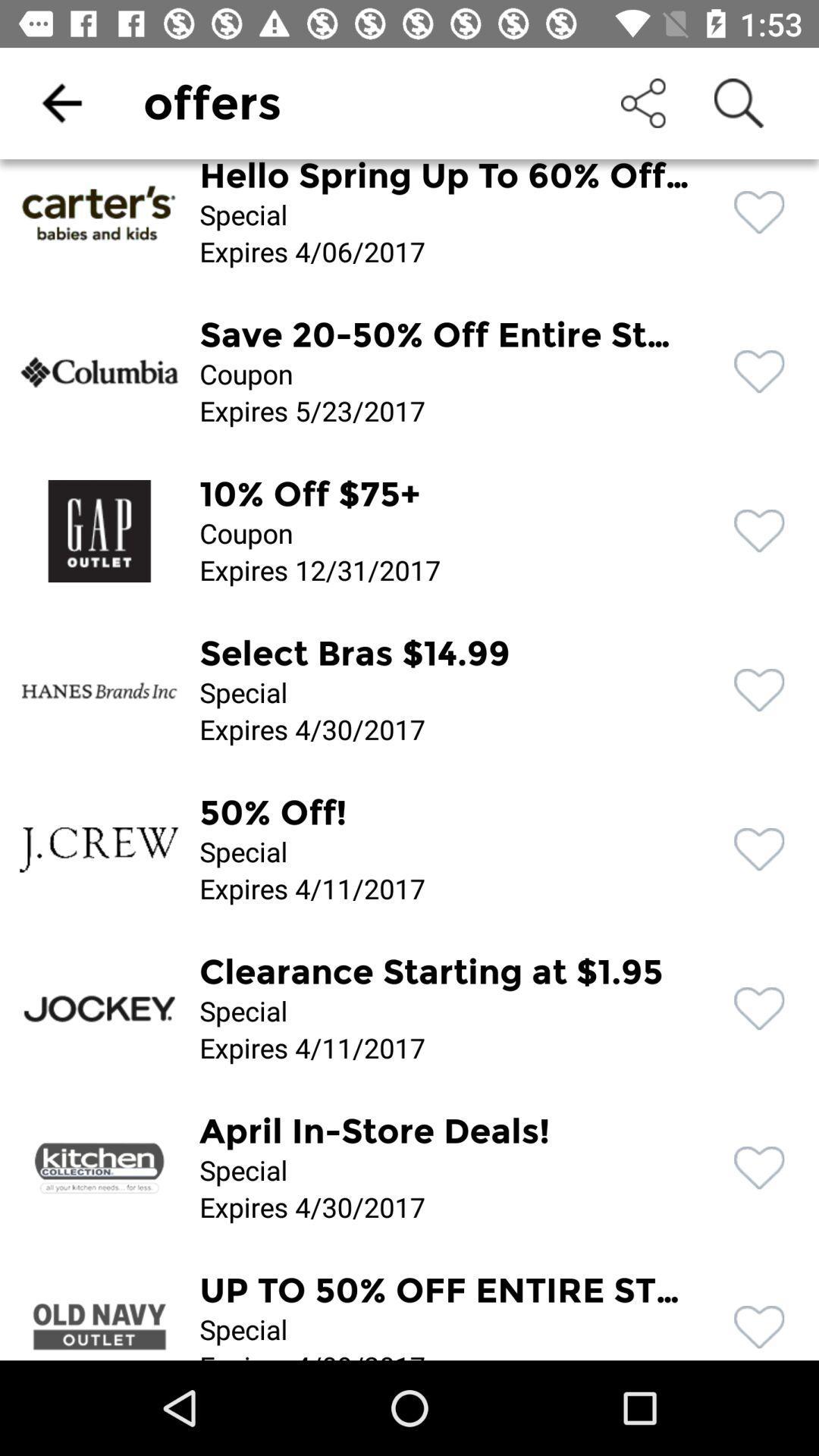  I want to click on the 2nd heart symbol from the last at the bottom of the web page, so click(759, 1167).